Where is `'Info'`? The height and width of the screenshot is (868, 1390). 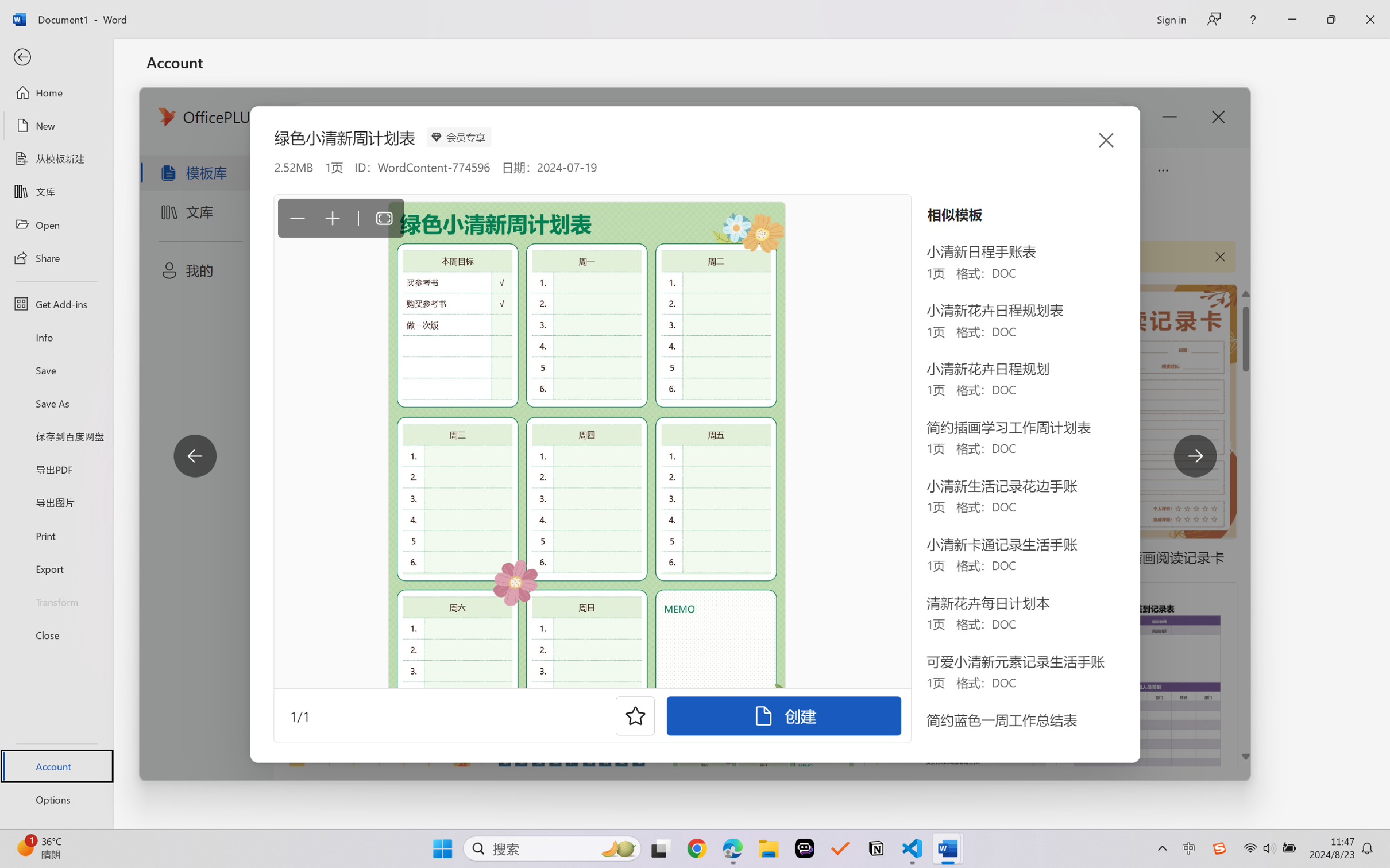 'Info' is located at coordinates (56, 336).